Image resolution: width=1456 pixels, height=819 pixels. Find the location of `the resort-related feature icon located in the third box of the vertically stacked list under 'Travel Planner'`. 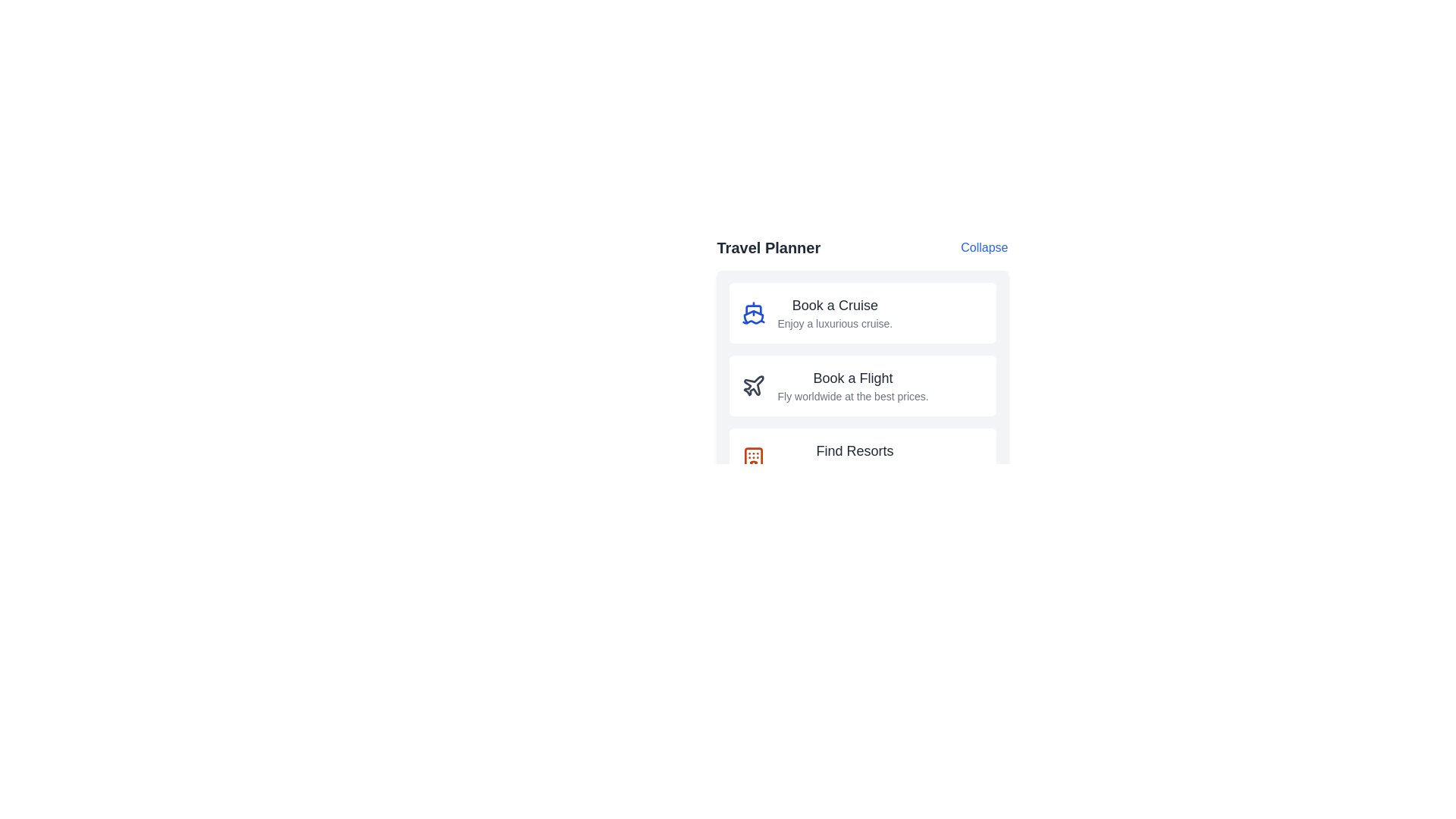

the resort-related feature icon located in the third box of the vertically stacked list under 'Travel Planner' is located at coordinates (753, 458).